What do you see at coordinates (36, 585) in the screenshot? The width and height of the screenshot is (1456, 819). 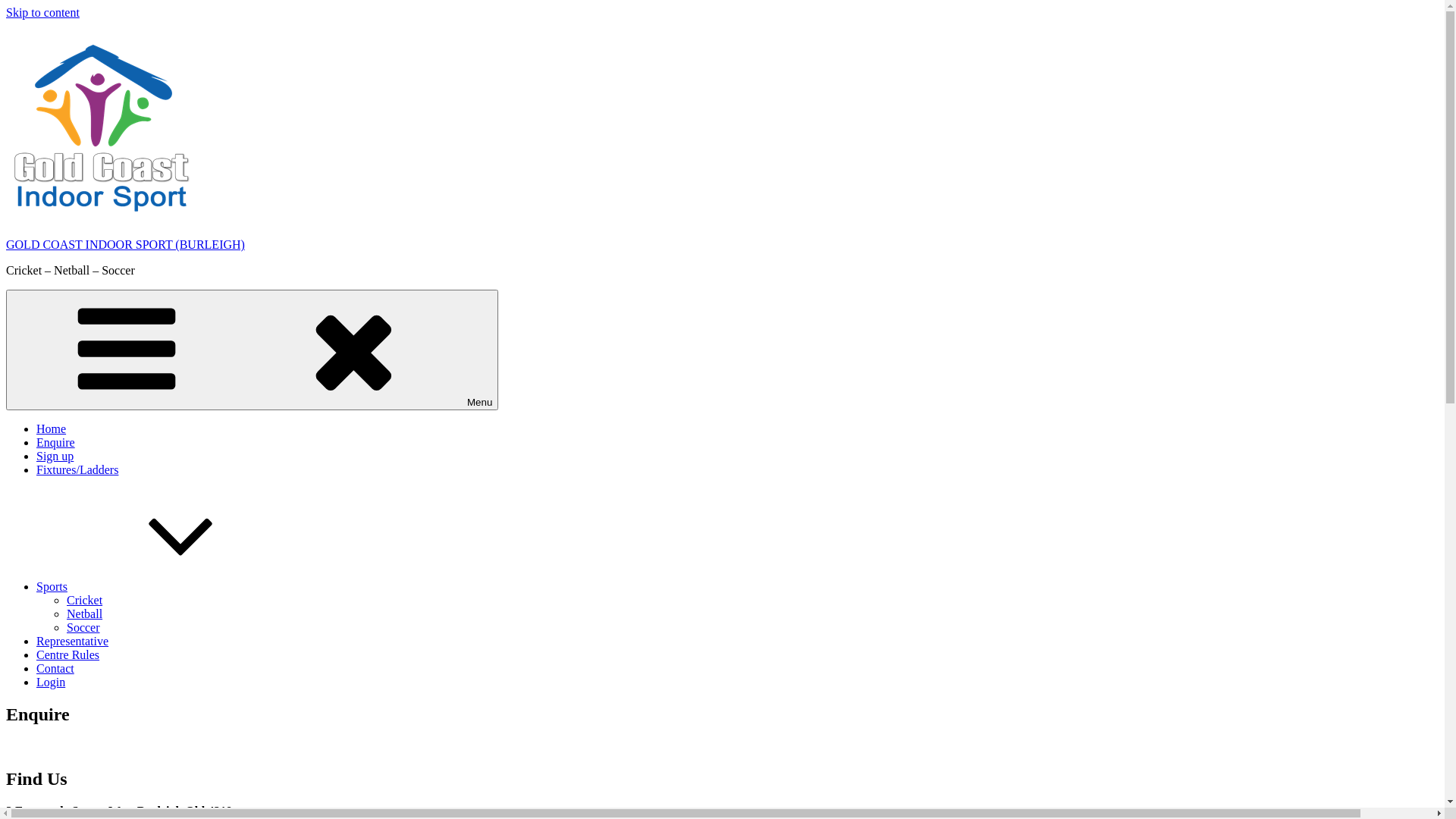 I see `'Sports'` at bounding box center [36, 585].